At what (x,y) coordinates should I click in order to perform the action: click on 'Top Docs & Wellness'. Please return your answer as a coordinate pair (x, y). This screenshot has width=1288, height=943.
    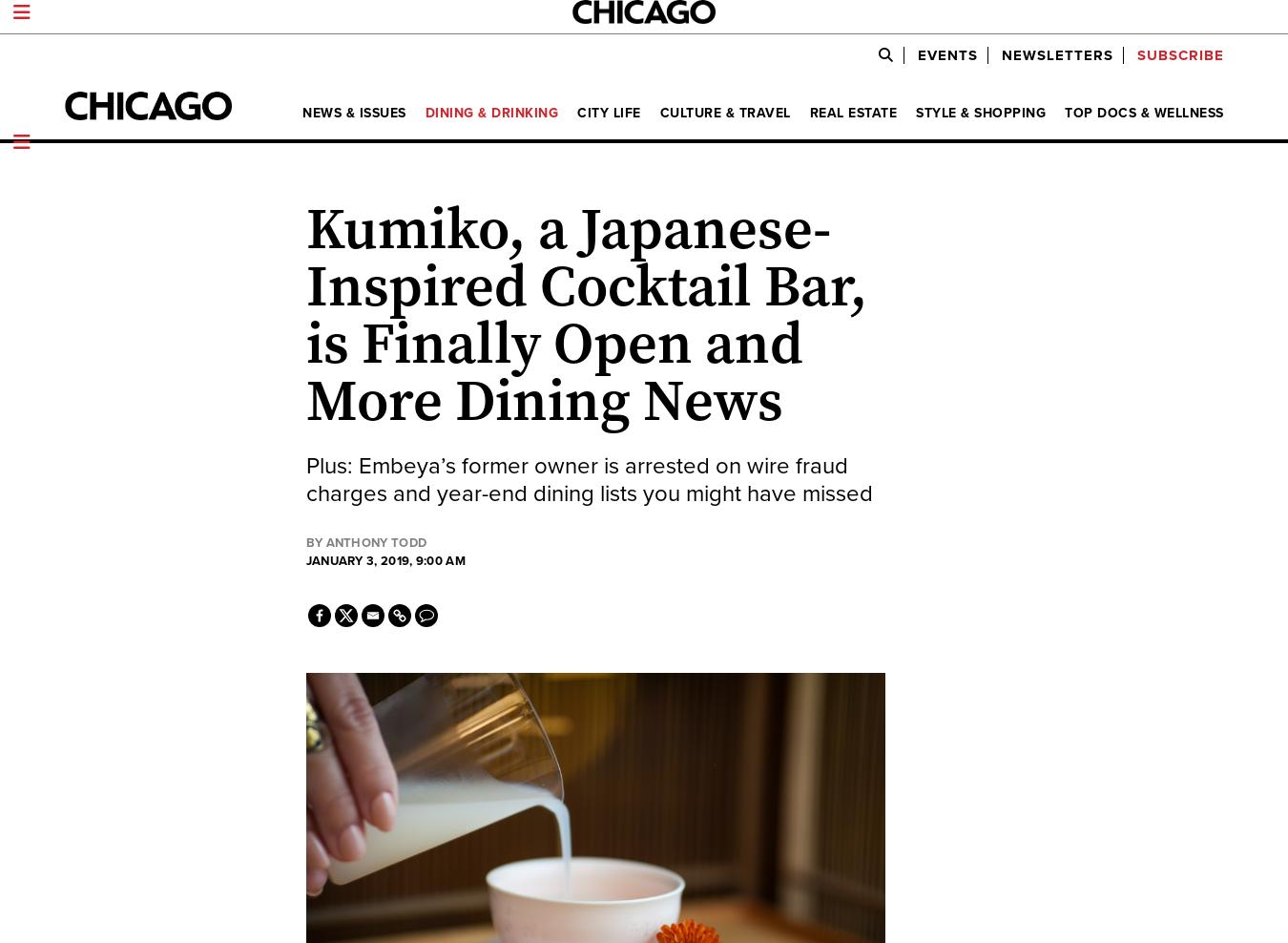
    Looking at the image, I should click on (1065, 113).